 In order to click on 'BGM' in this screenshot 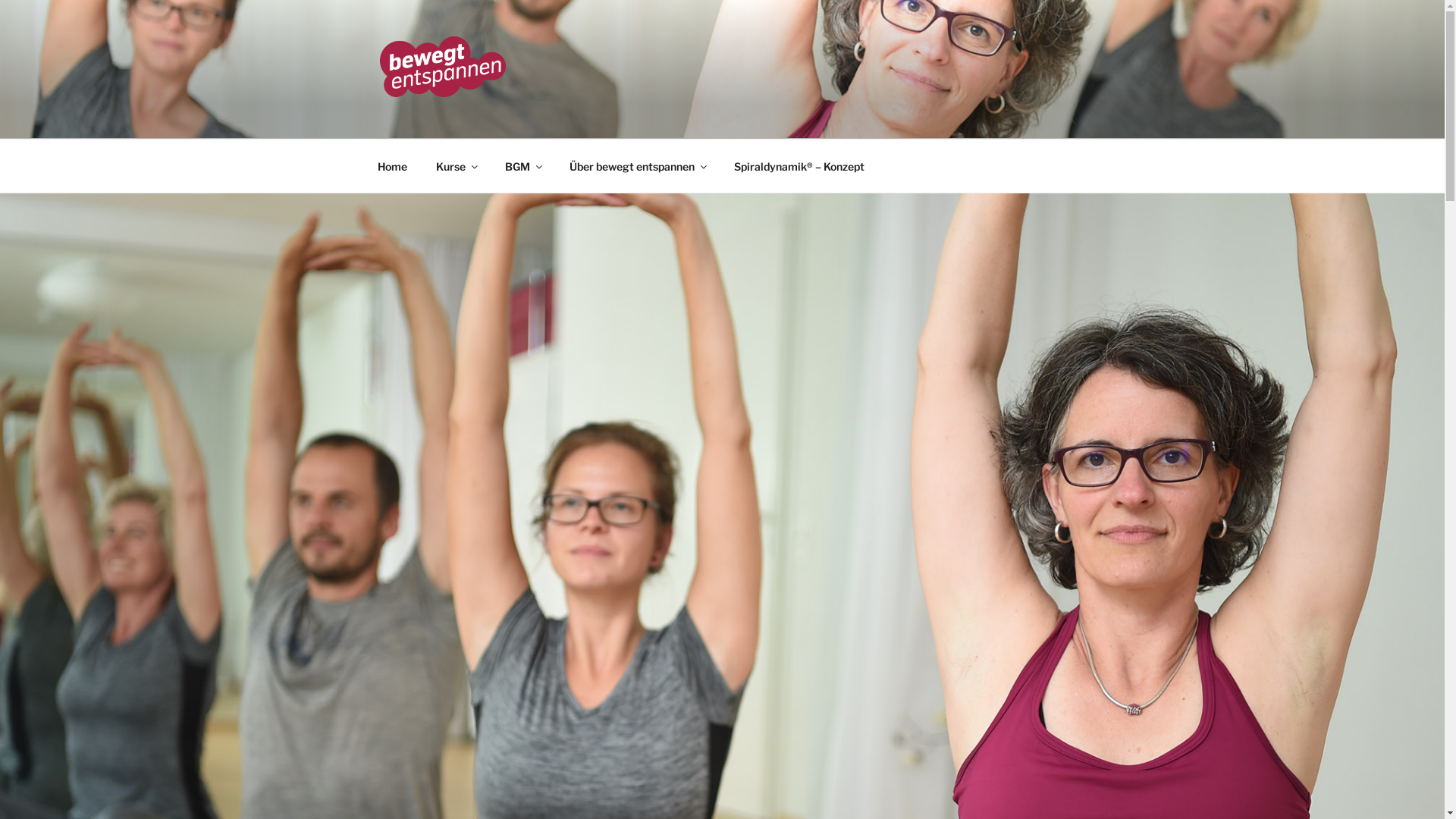, I will do `click(522, 165)`.